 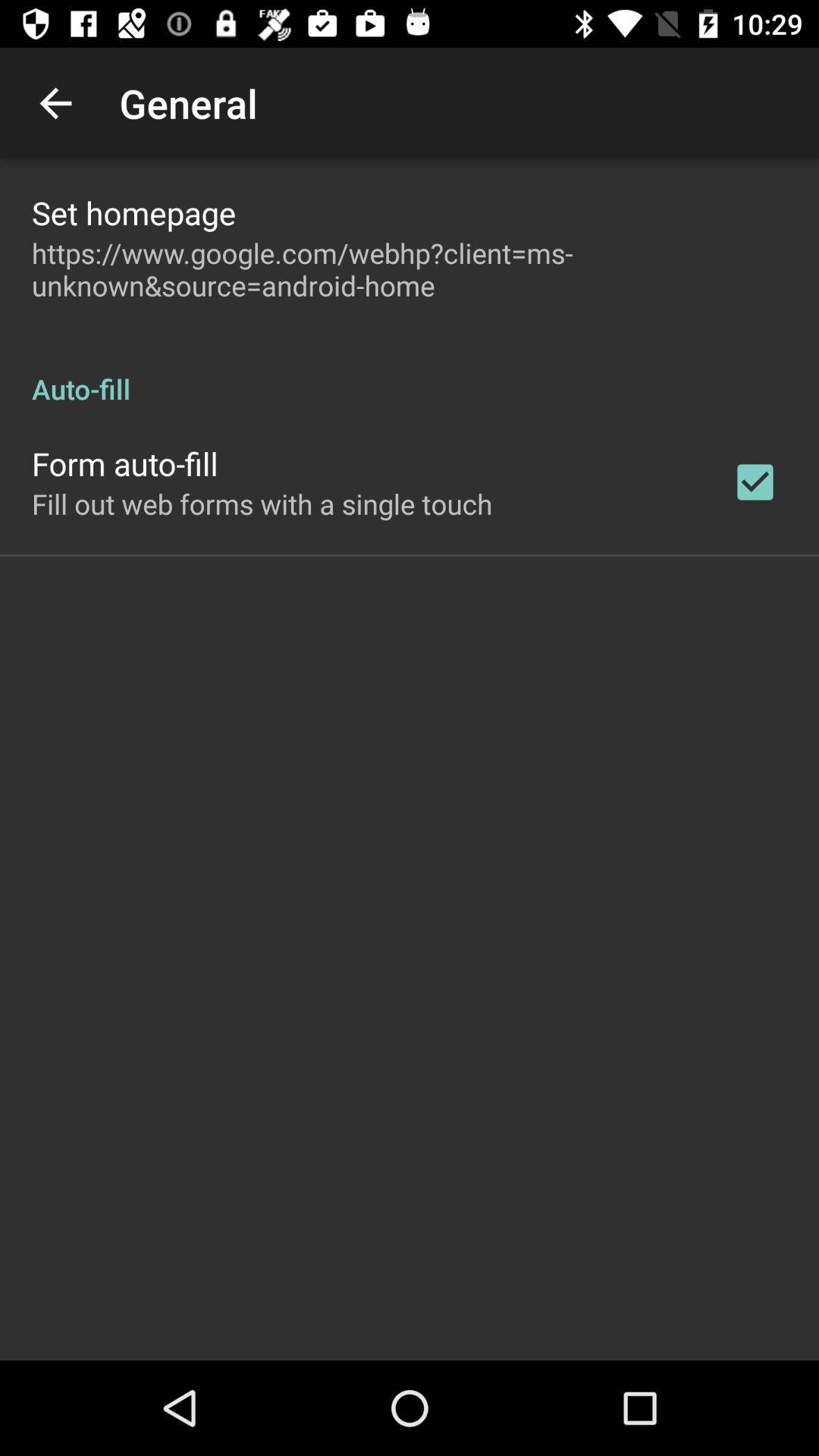 What do you see at coordinates (409, 269) in the screenshot?
I see `app below set homepage icon` at bounding box center [409, 269].